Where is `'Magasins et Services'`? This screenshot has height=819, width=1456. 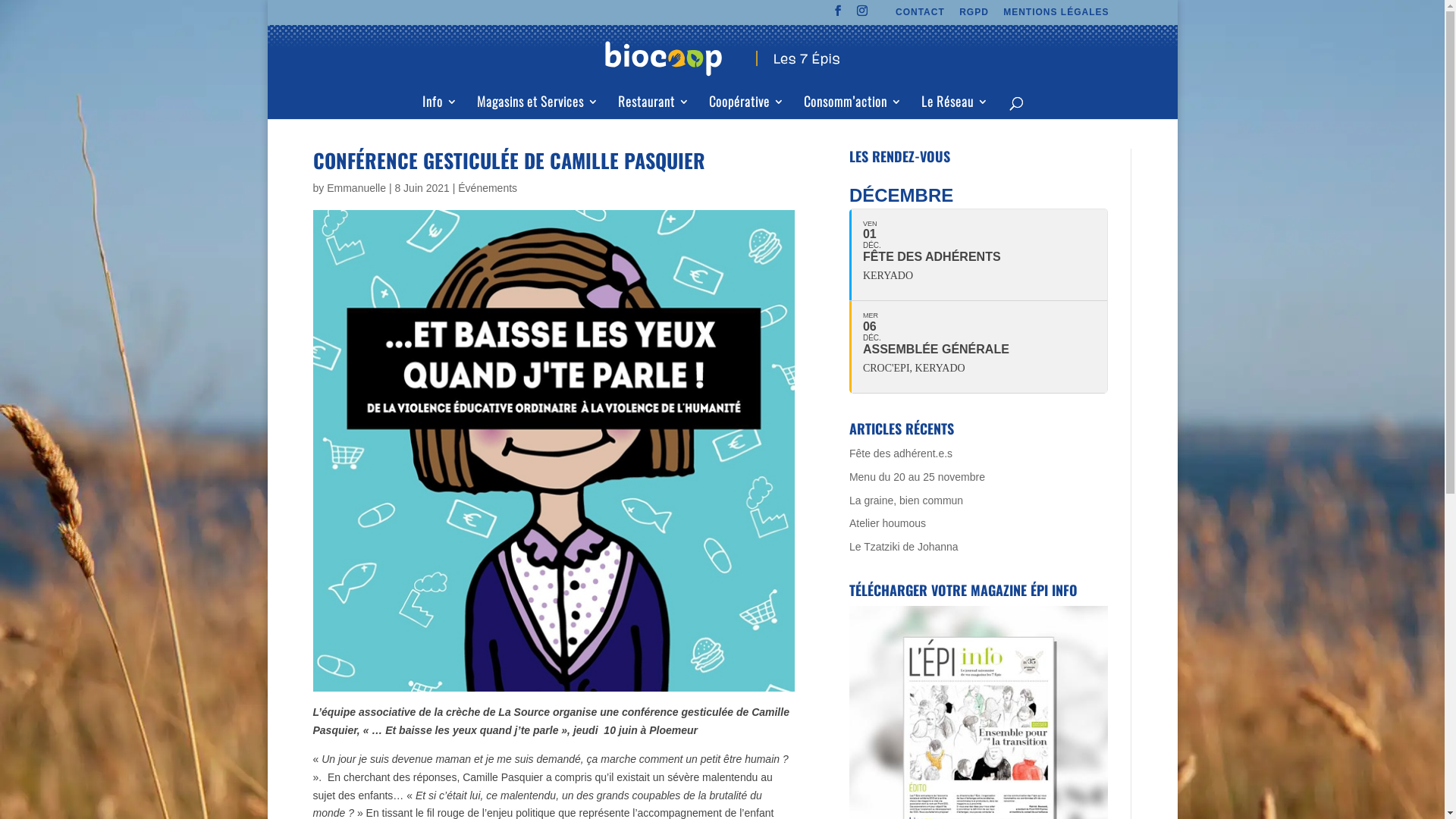
'Magasins et Services' is located at coordinates (537, 106).